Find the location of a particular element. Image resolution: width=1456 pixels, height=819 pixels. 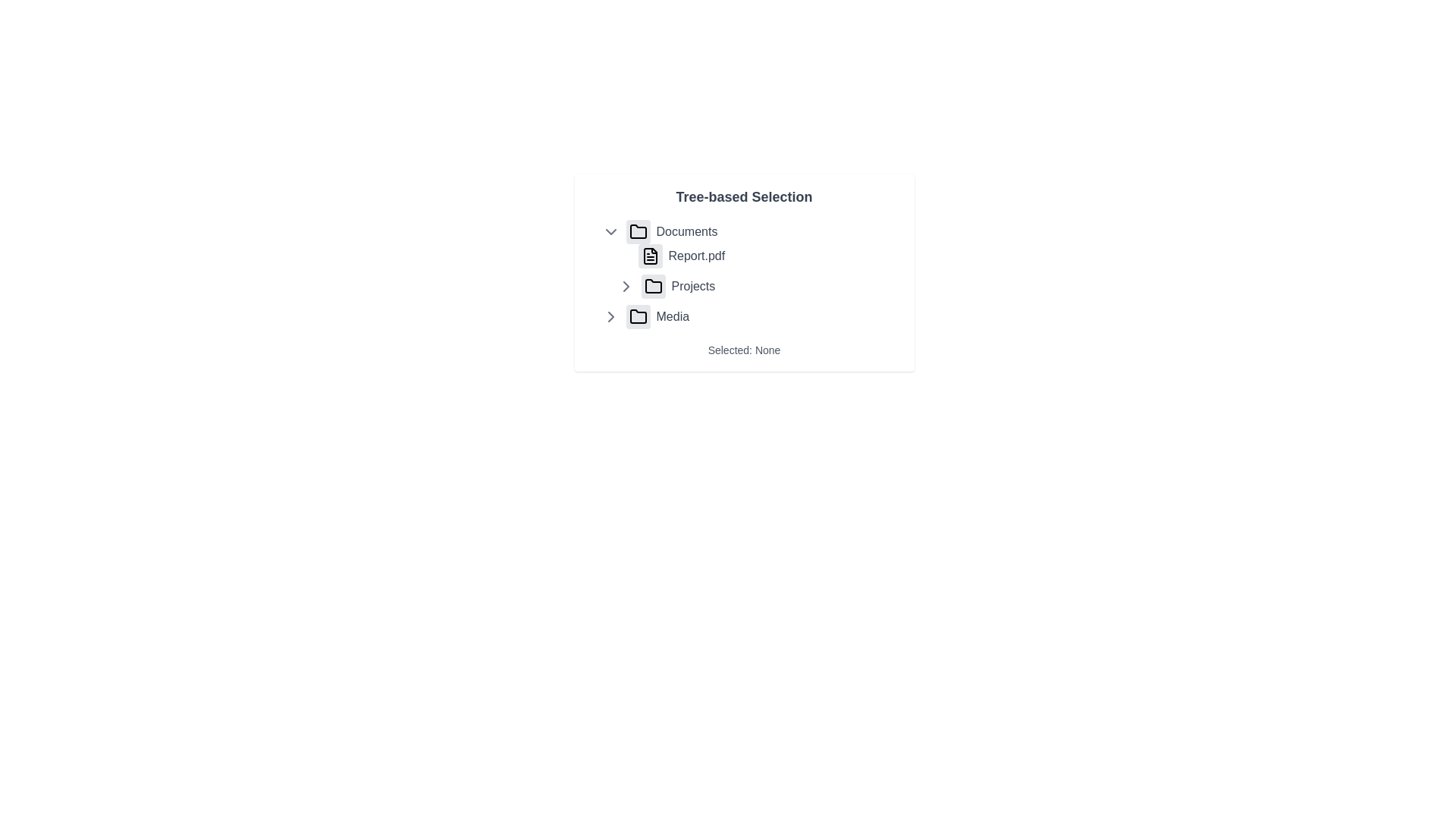

the selectable file item labeled 'Report.pdf' in the tree-based selection UI under the 'Documents' section is located at coordinates (759, 256).